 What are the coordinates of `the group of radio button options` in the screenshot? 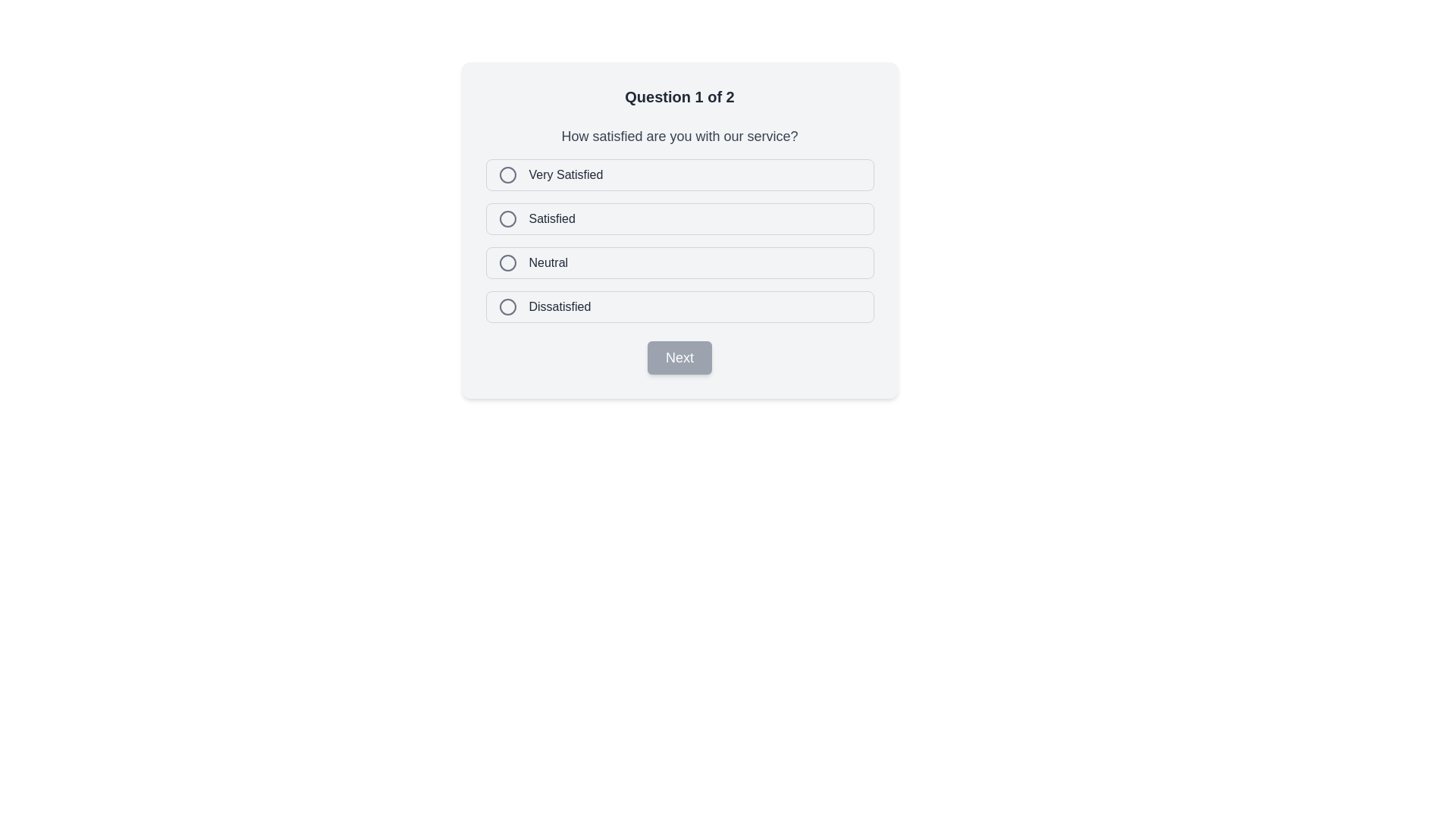 It's located at (679, 240).